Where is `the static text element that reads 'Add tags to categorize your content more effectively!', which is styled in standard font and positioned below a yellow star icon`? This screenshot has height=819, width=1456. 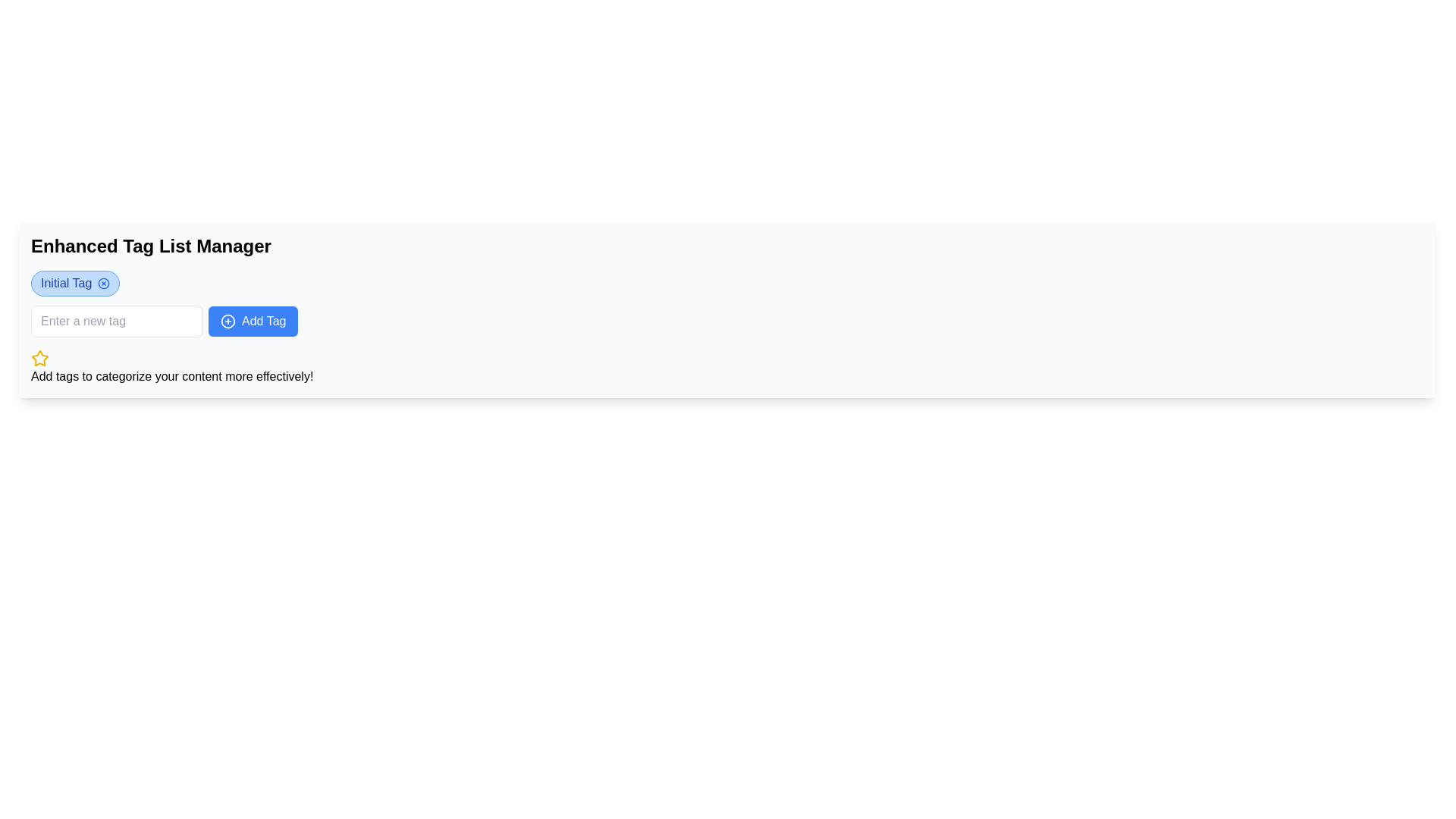 the static text element that reads 'Add tags to categorize your content more effectively!', which is styled in standard font and positioned below a yellow star icon is located at coordinates (172, 375).